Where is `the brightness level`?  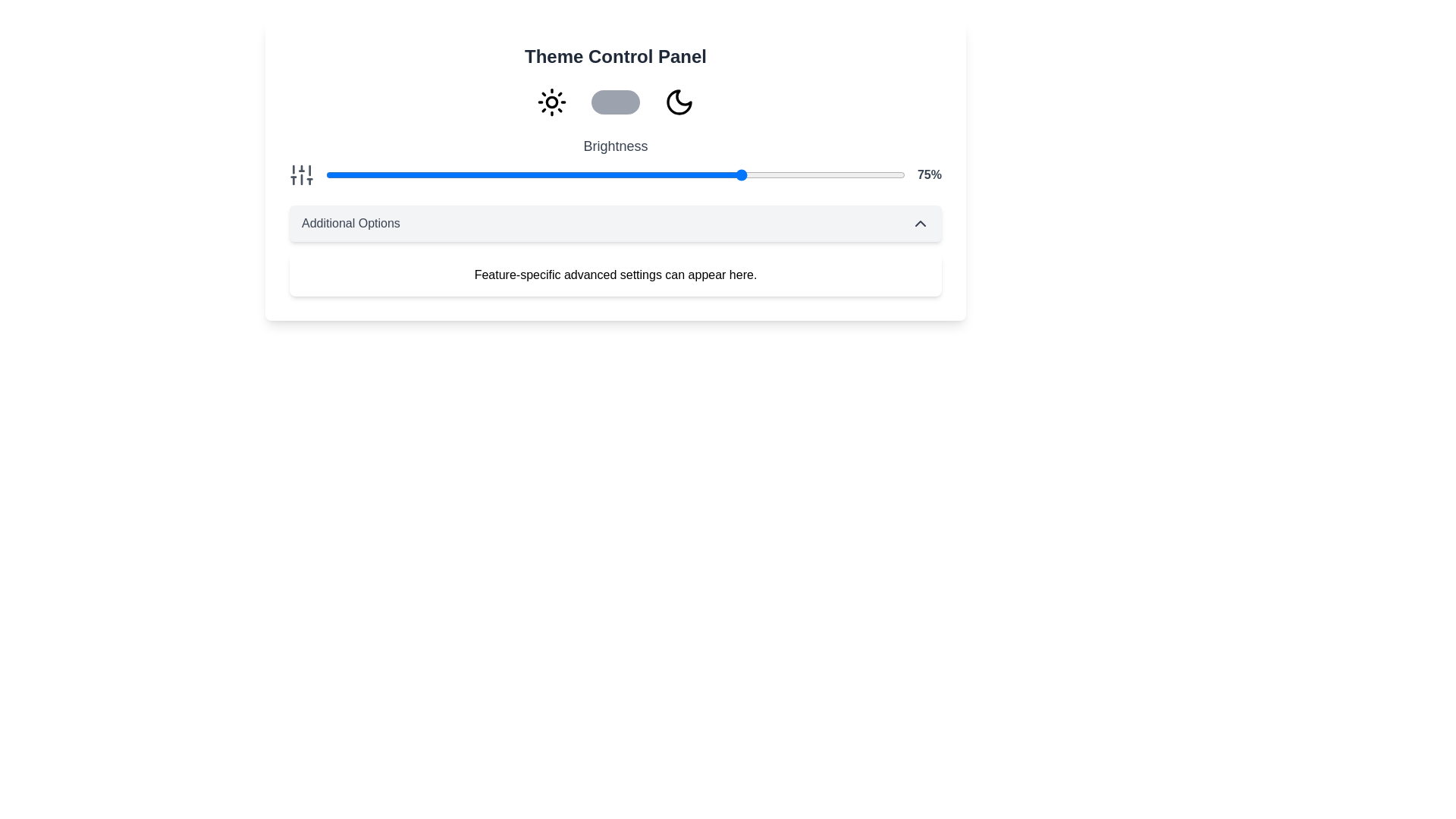
the brightness level is located at coordinates (576, 174).